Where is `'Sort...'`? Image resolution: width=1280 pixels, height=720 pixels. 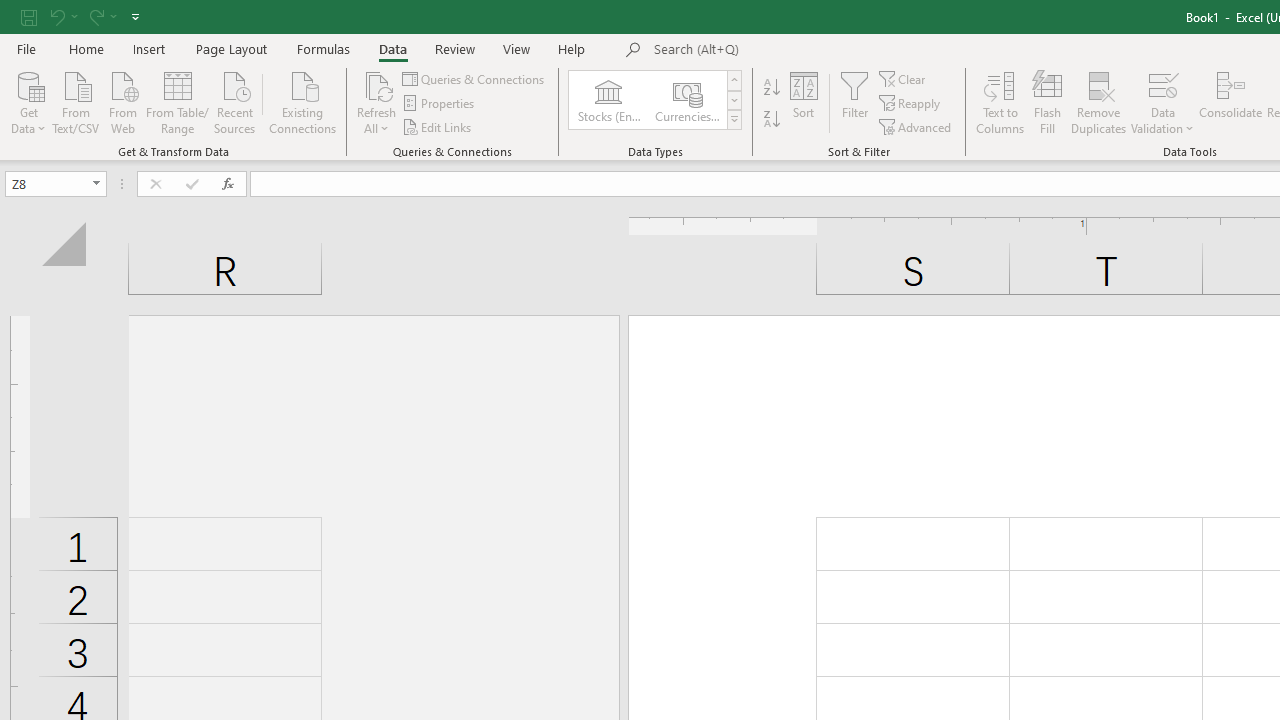
'Sort...' is located at coordinates (804, 103).